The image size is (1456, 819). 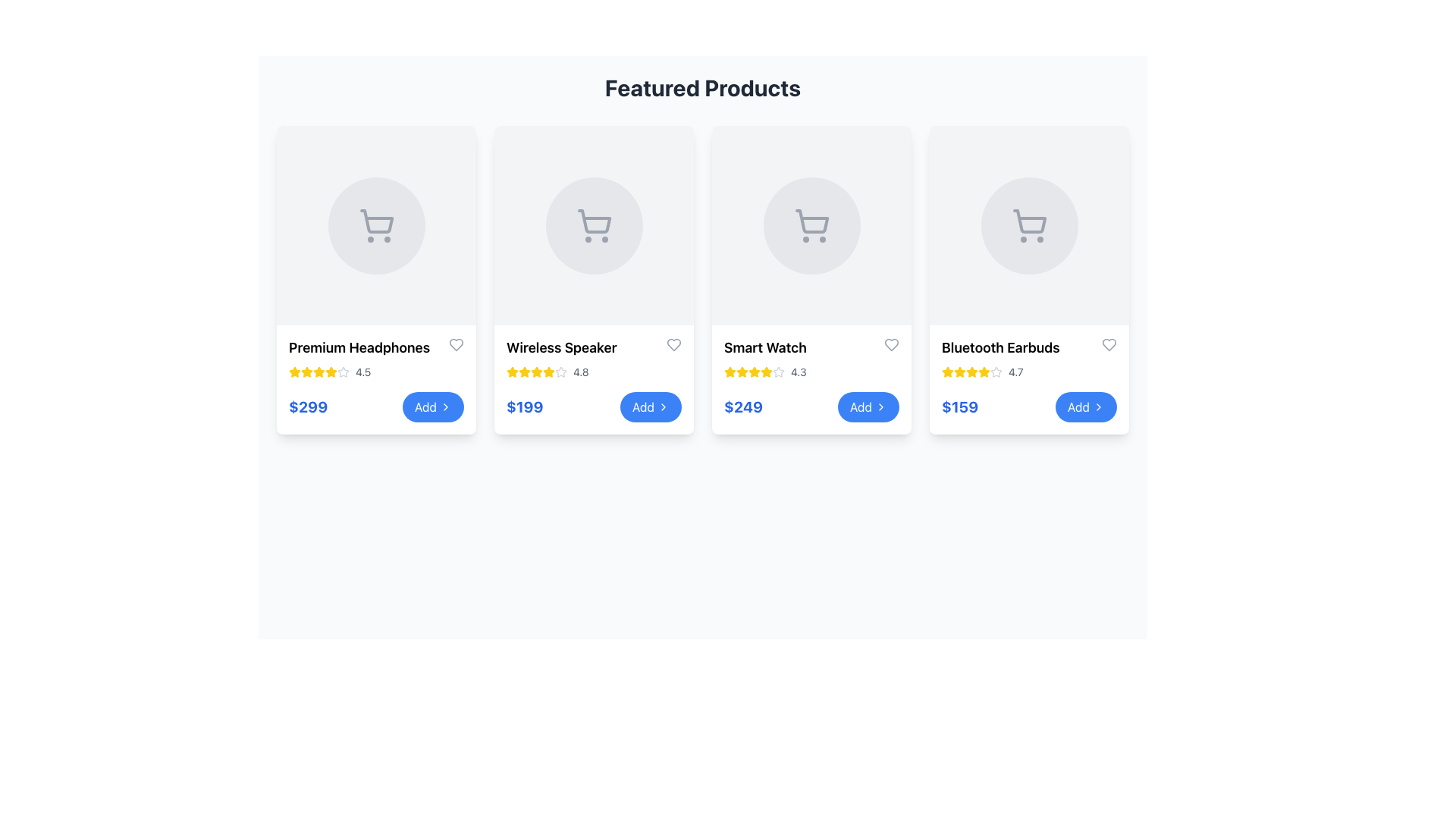 What do you see at coordinates (868, 406) in the screenshot?
I see `the button located directly below the 'Smart Watch' product card in the third column of the 'Featured Products' grid for a hover effect` at bounding box center [868, 406].